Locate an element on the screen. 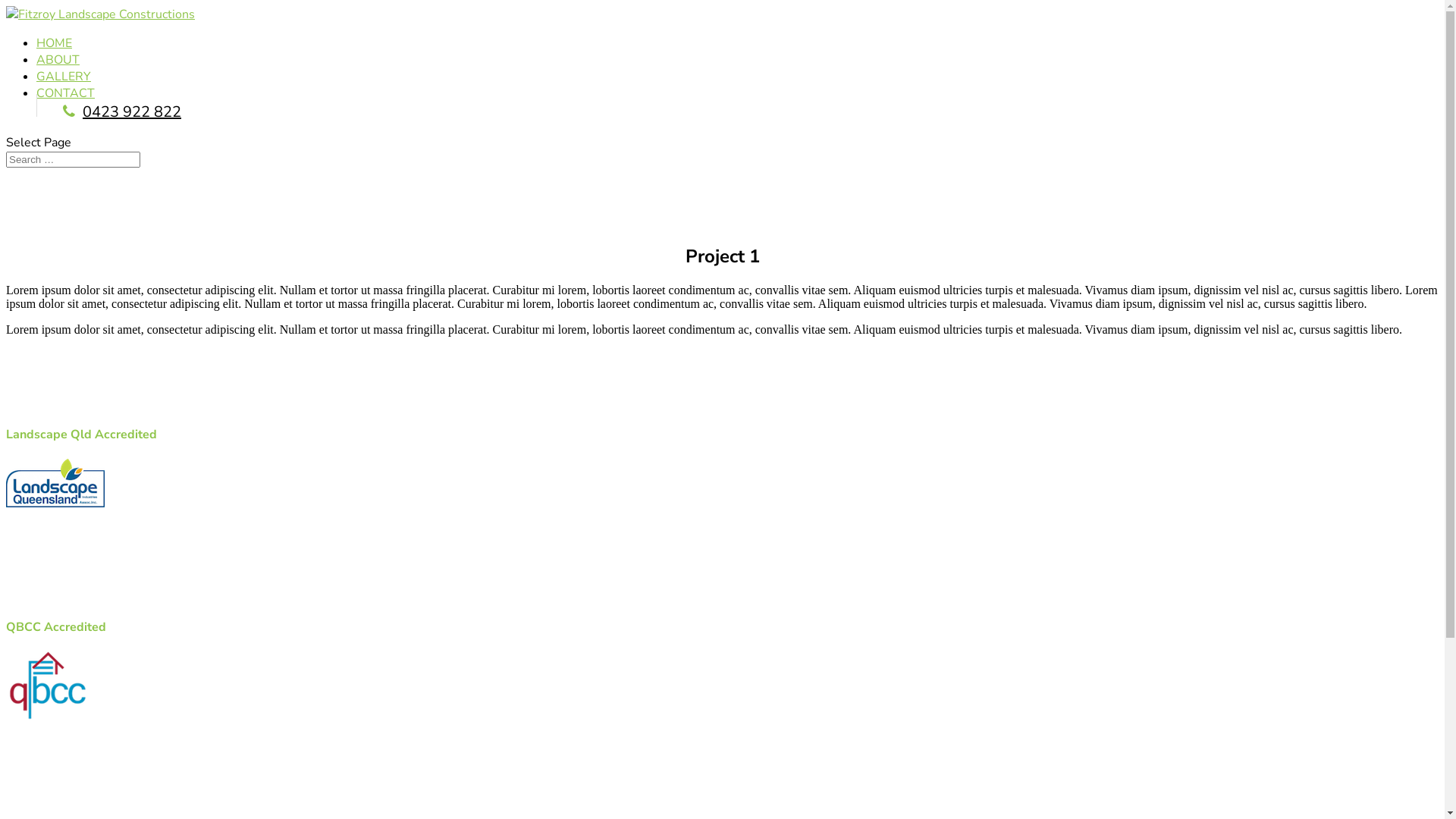  'CONTACT' is located at coordinates (36, 93).